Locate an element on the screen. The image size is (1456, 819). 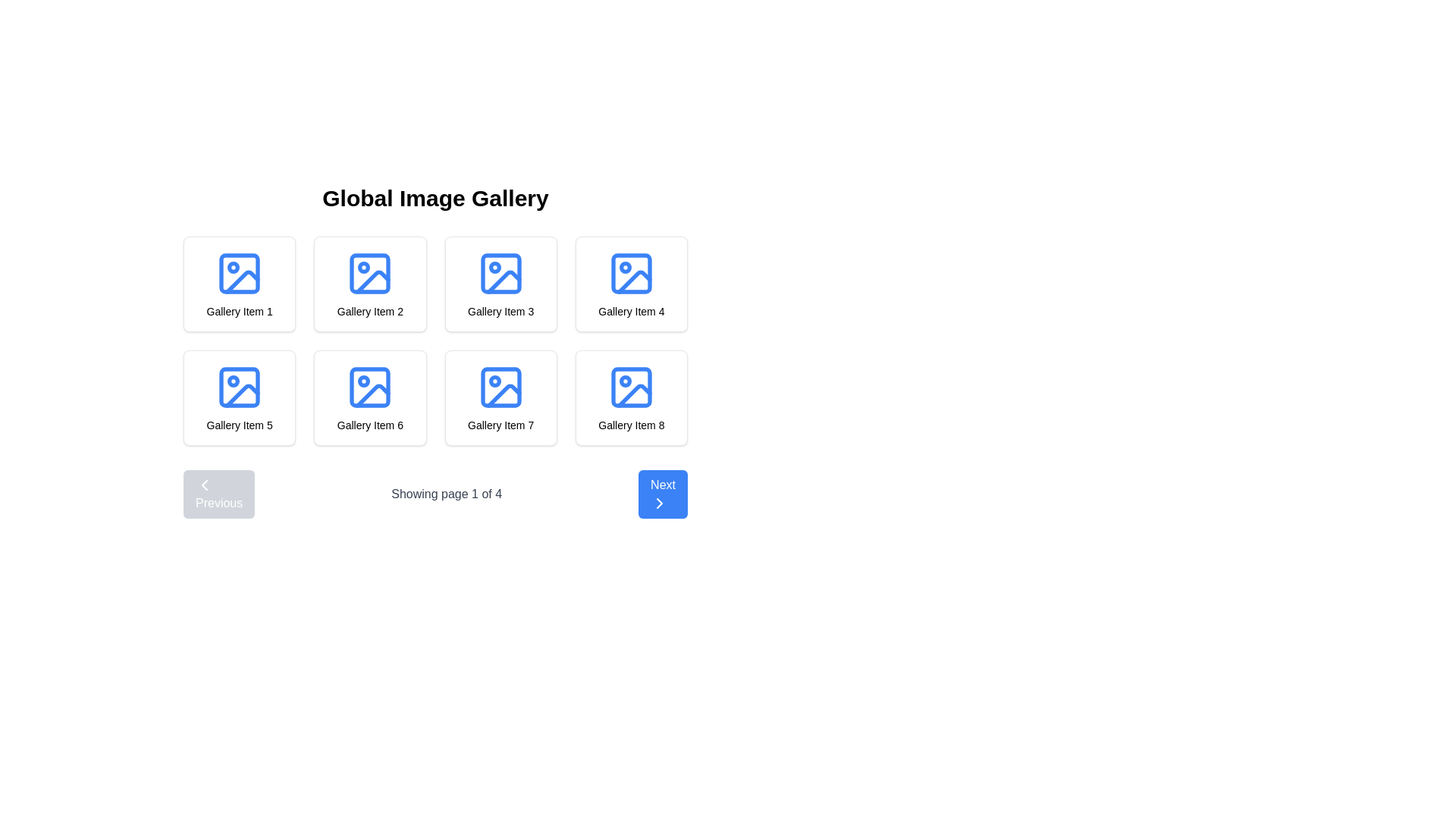
the rectangular shape with rounded corners in the SVG component, which represents 'Gallery Item 4' in the top-right image box of the grid is located at coordinates (631, 274).